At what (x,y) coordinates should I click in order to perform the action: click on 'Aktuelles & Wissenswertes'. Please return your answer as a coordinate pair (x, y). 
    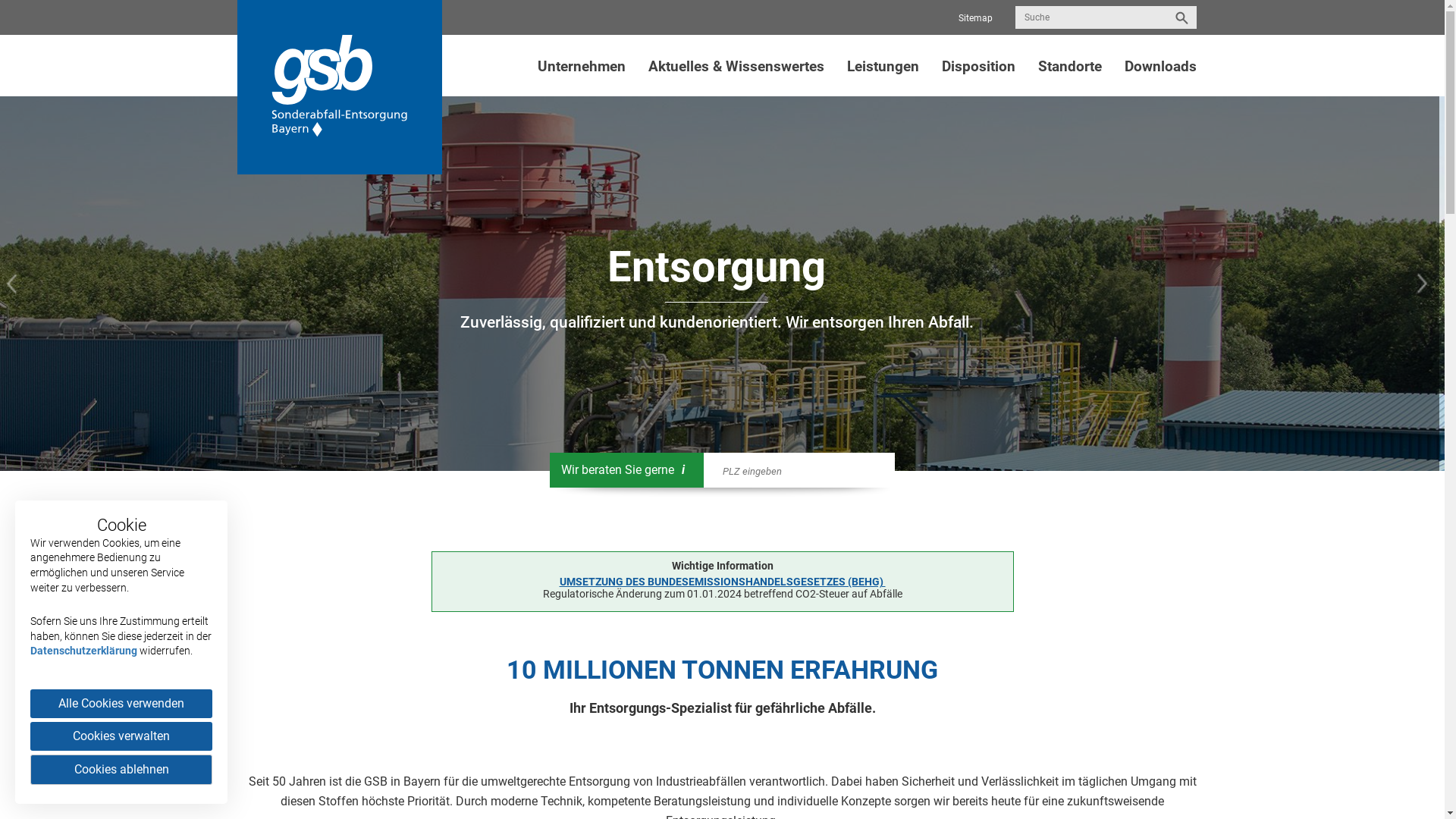
    Looking at the image, I should click on (637, 65).